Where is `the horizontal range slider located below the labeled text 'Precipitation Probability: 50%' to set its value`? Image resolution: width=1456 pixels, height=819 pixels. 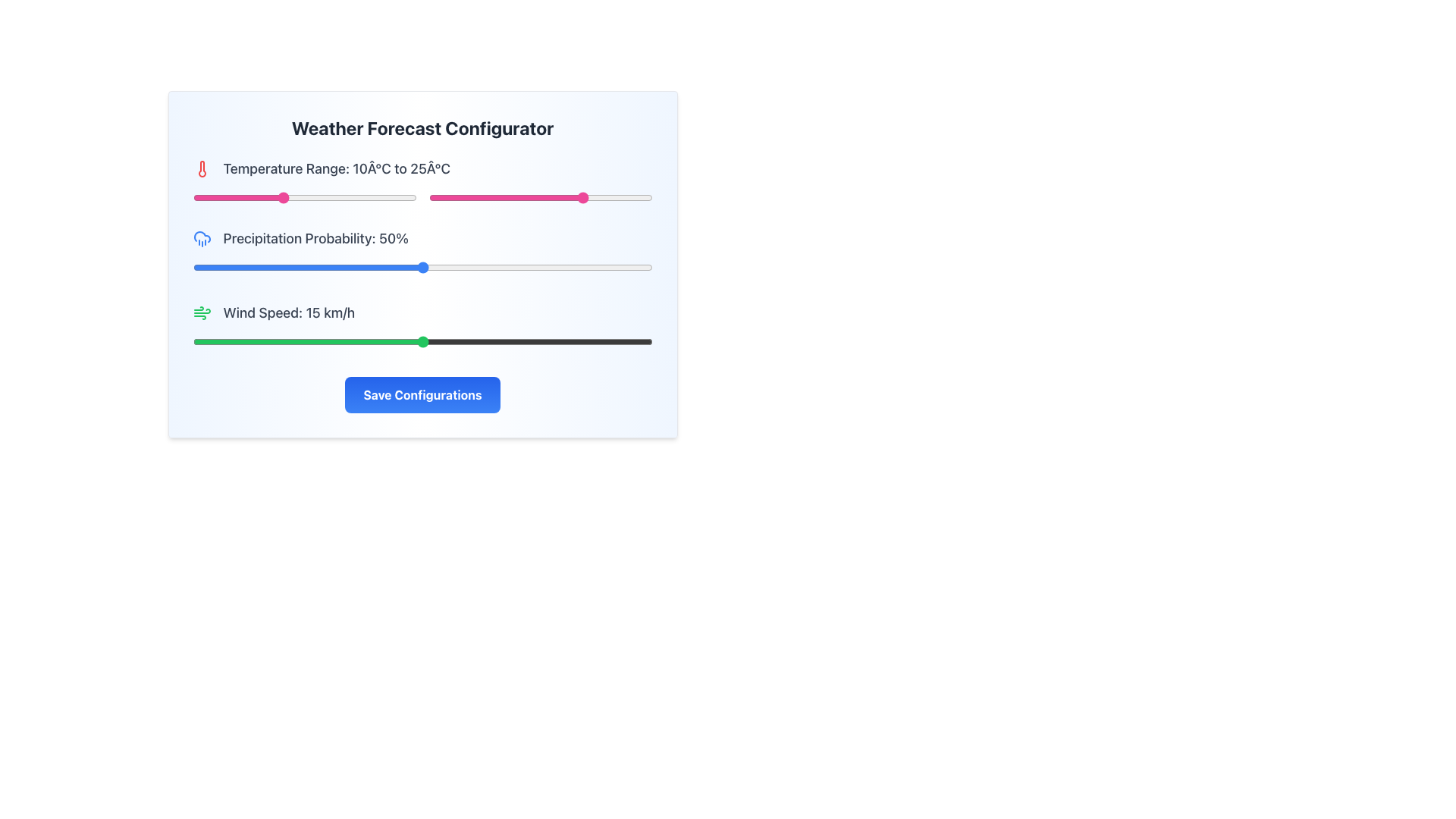 the horizontal range slider located below the labeled text 'Precipitation Probability: 50%' to set its value is located at coordinates (422, 267).